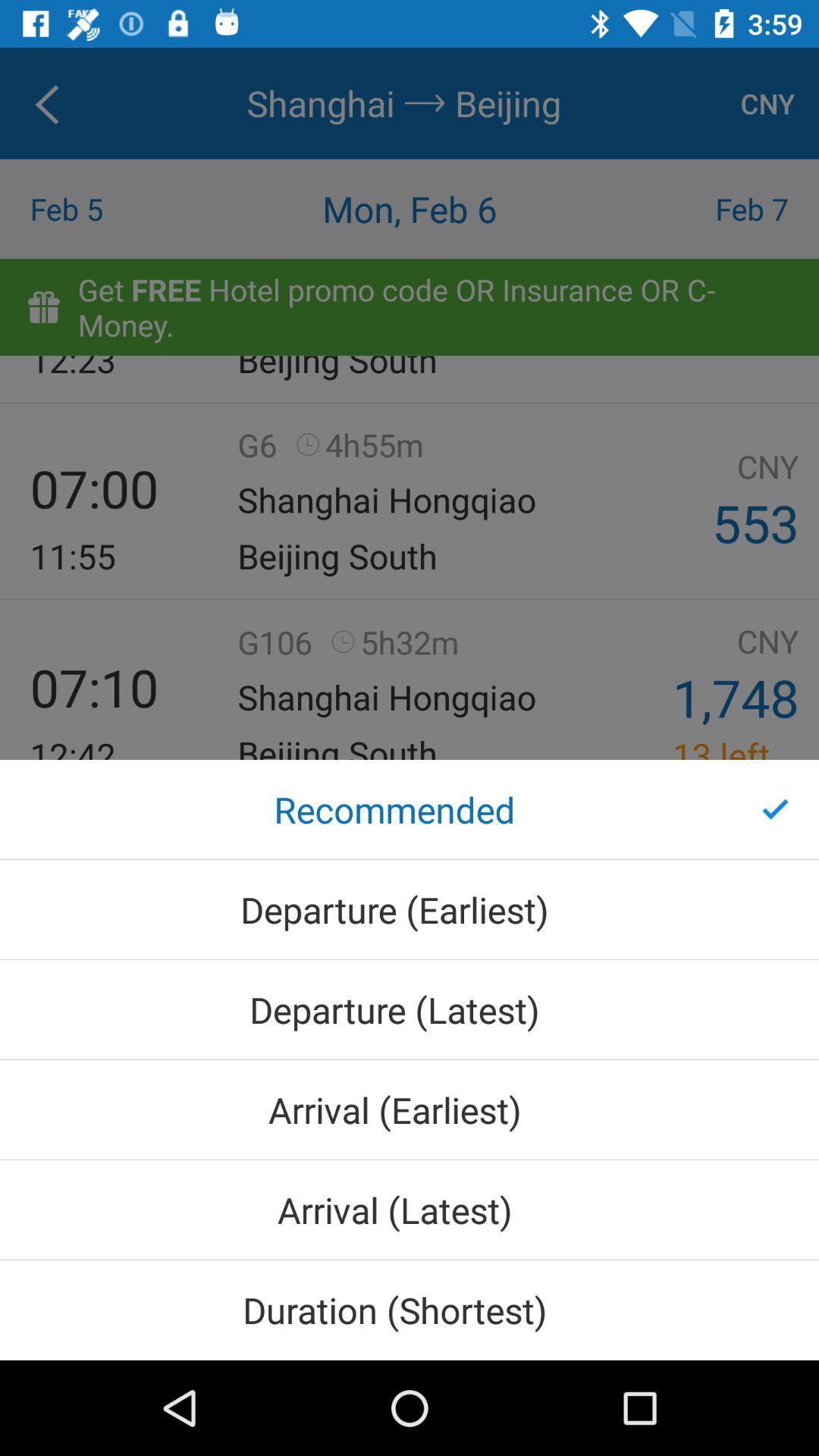 Image resolution: width=819 pixels, height=1456 pixels. I want to click on icon below departure (latest) icon, so click(409, 1109).